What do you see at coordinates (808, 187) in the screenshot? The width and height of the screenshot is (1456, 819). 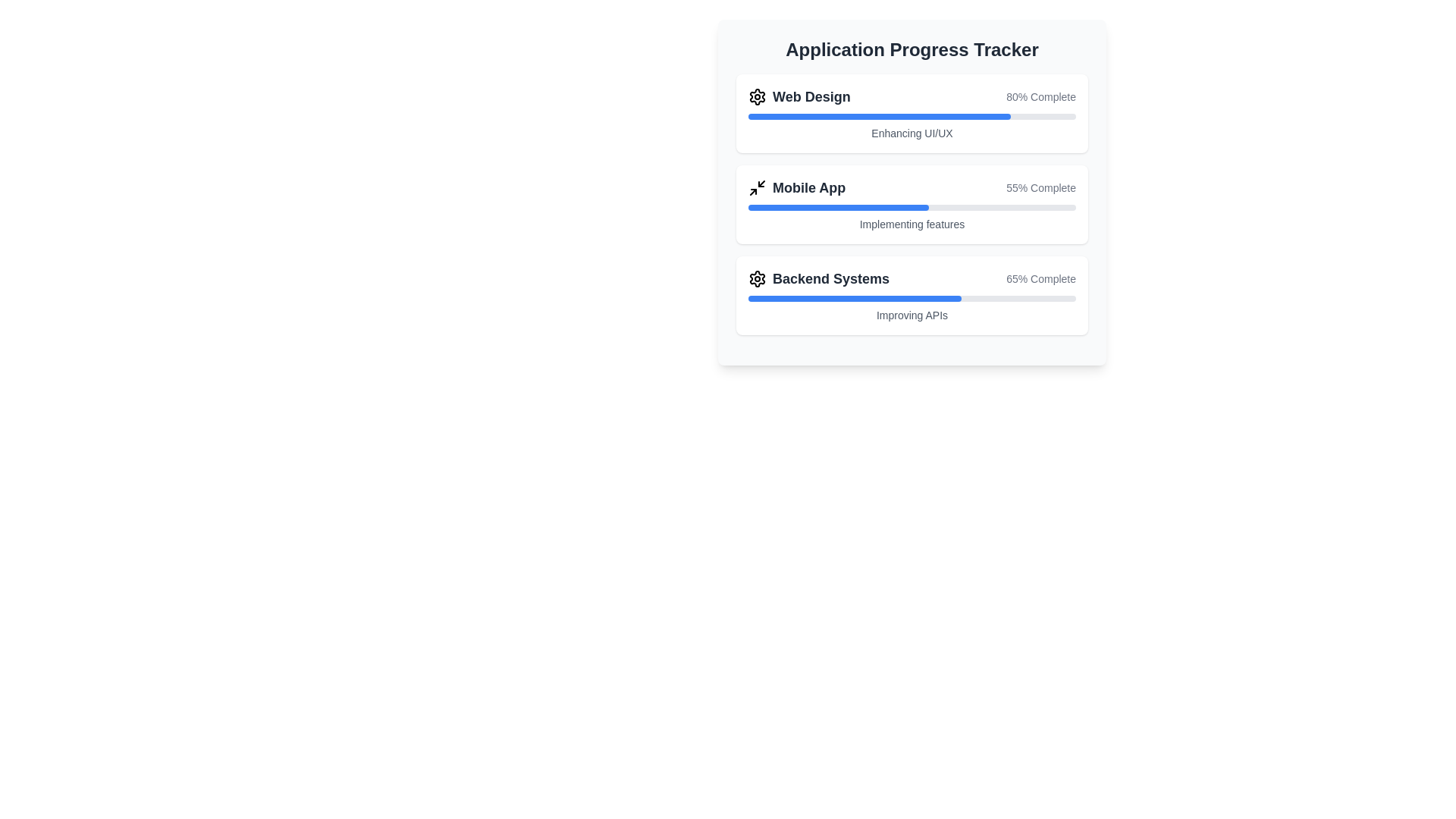 I see `the 'Mobile App' text label, which serves as a descriptive title for the progress tracker section, aiding users in identifying the purpose of the associated progress bar and status details` at bounding box center [808, 187].